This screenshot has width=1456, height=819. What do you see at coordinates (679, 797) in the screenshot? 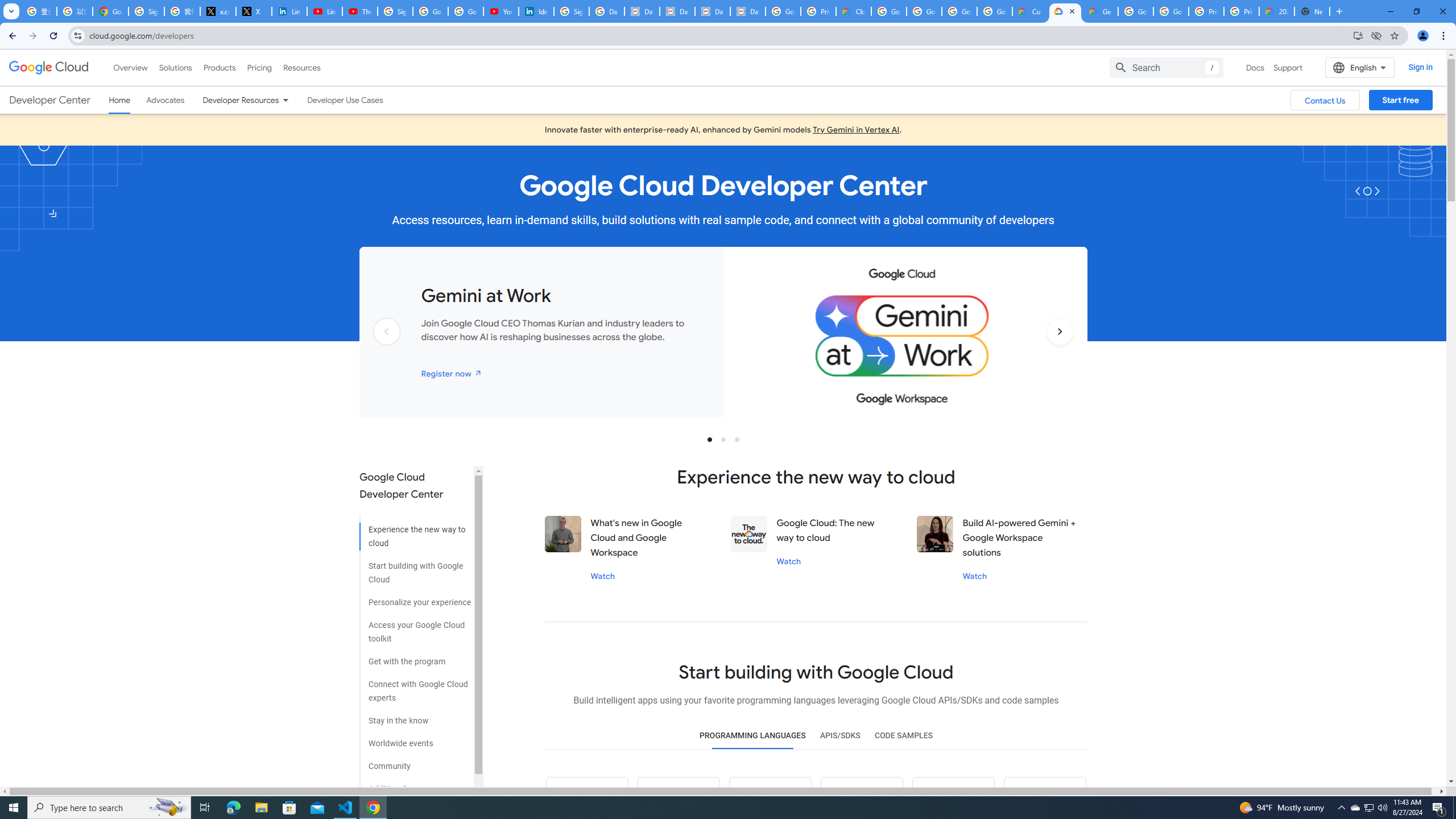
I see `'Java icon'` at bounding box center [679, 797].